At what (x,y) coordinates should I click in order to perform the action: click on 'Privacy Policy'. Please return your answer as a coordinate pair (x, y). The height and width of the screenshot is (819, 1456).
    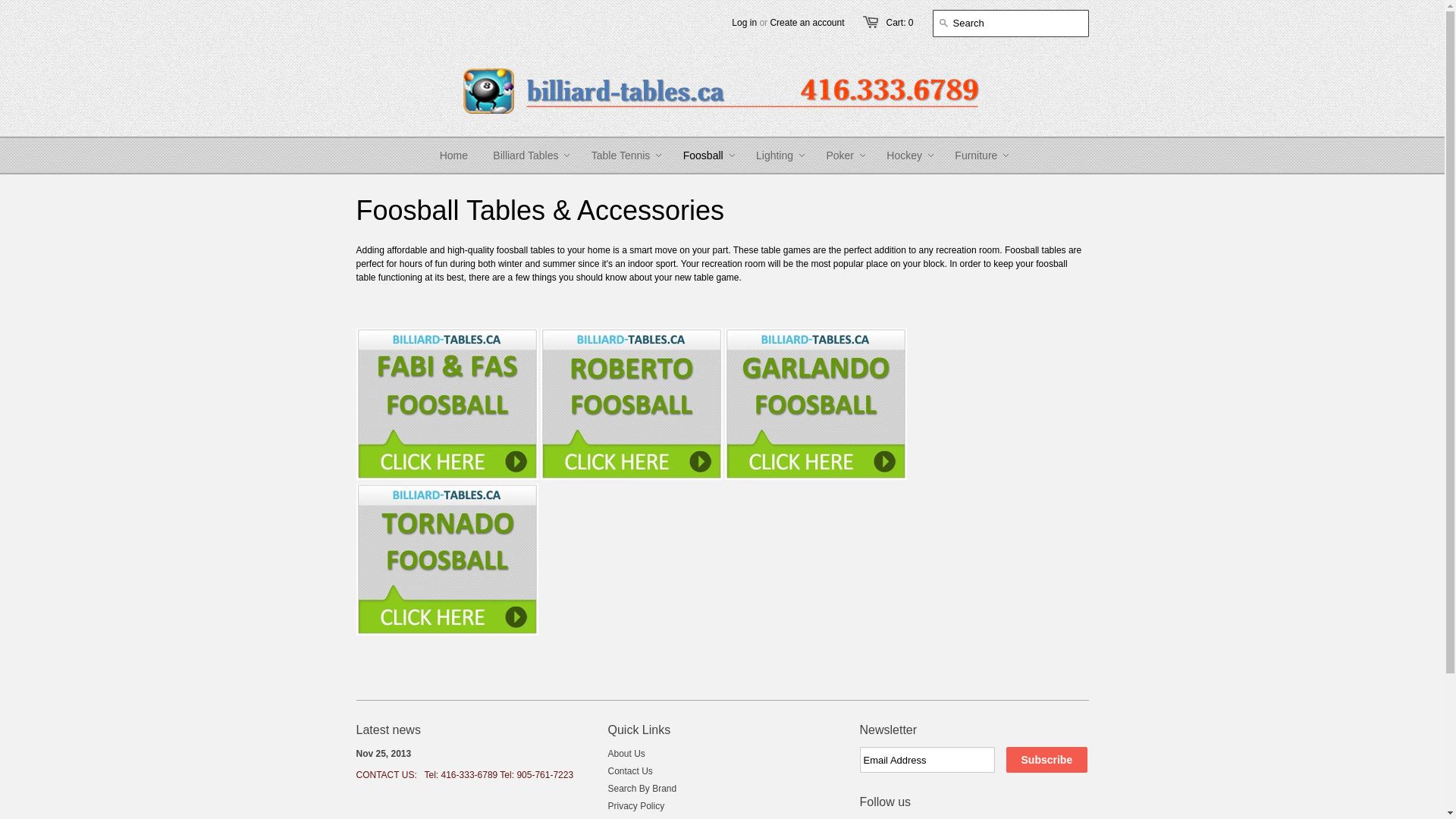
    Looking at the image, I should click on (636, 805).